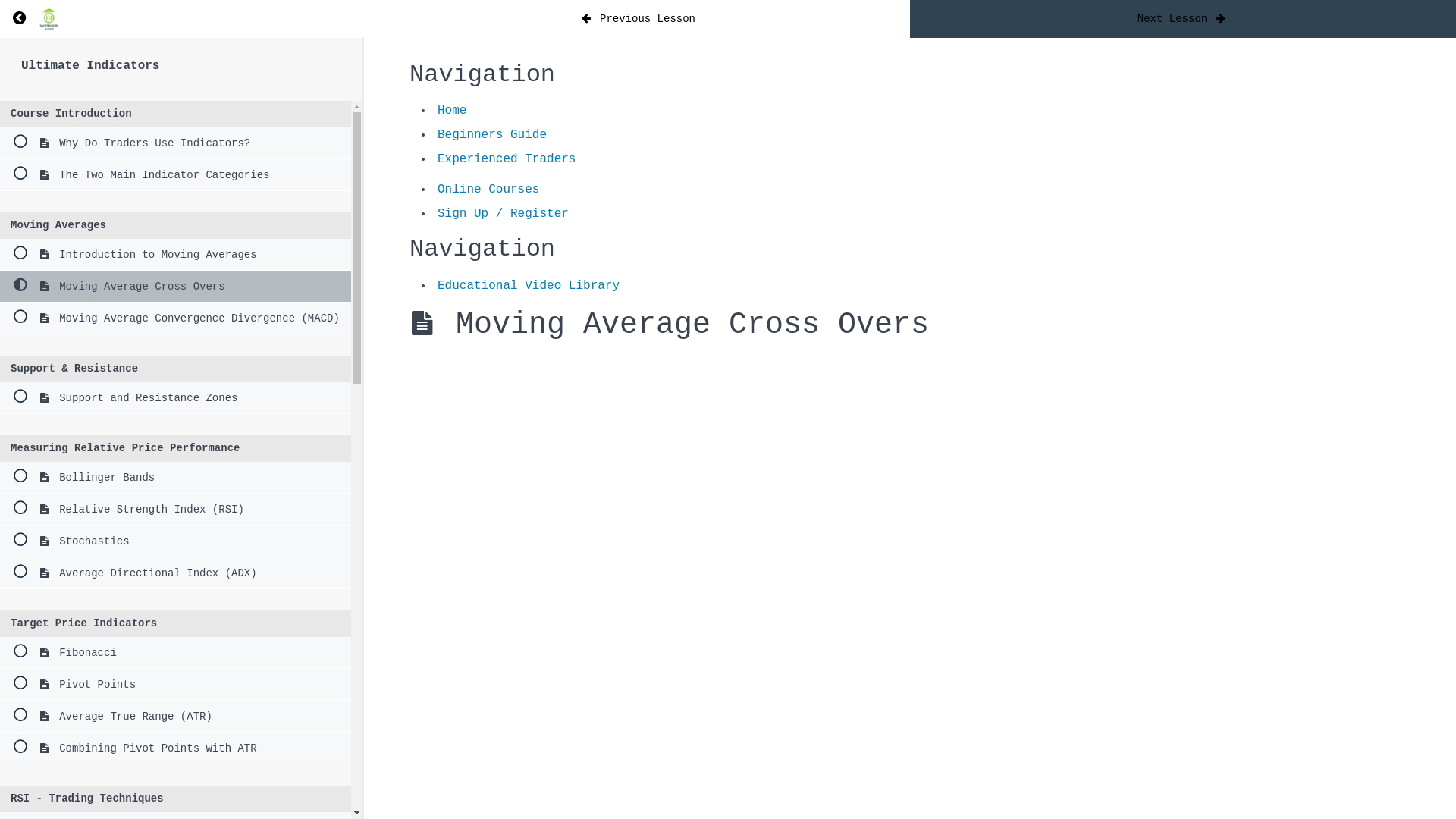 The width and height of the screenshot is (1456, 819). Describe the element at coordinates (503, 213) in the screenshot. I see `'Sign Up / Register'` at that location.